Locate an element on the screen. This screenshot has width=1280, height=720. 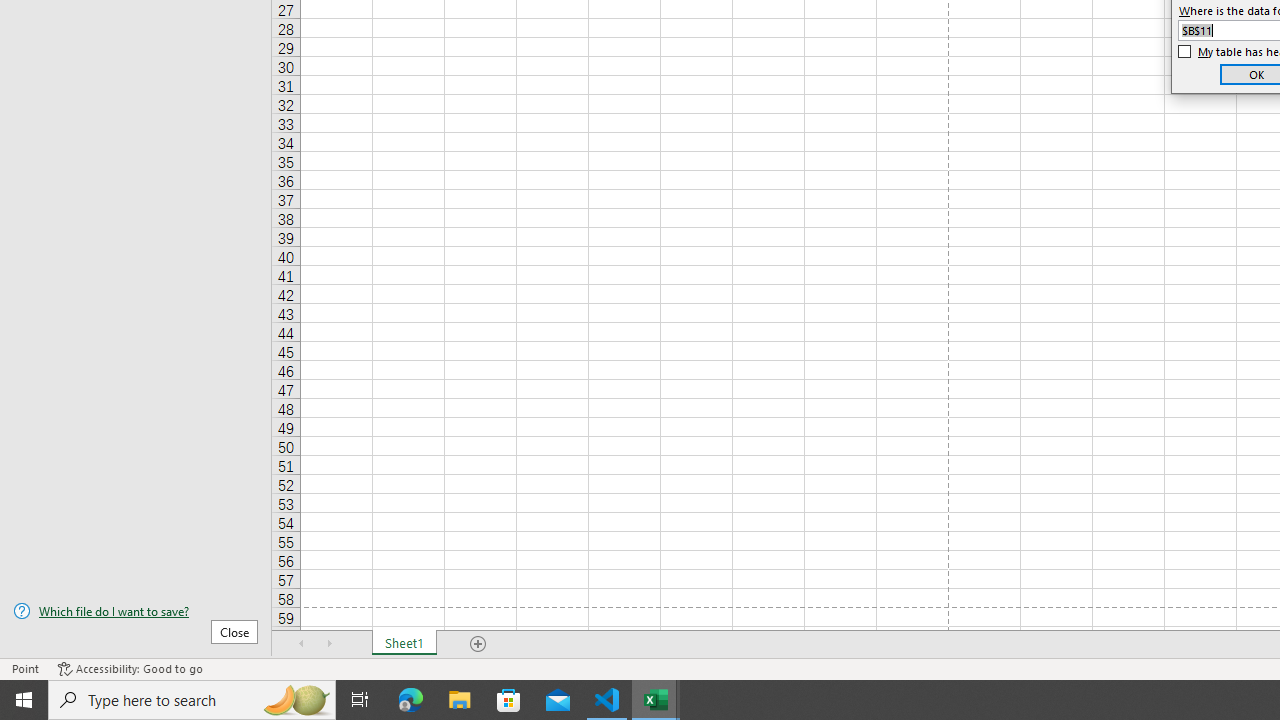
'Visual Studio Code - 1 running window' is located at coordinates (606, 698).